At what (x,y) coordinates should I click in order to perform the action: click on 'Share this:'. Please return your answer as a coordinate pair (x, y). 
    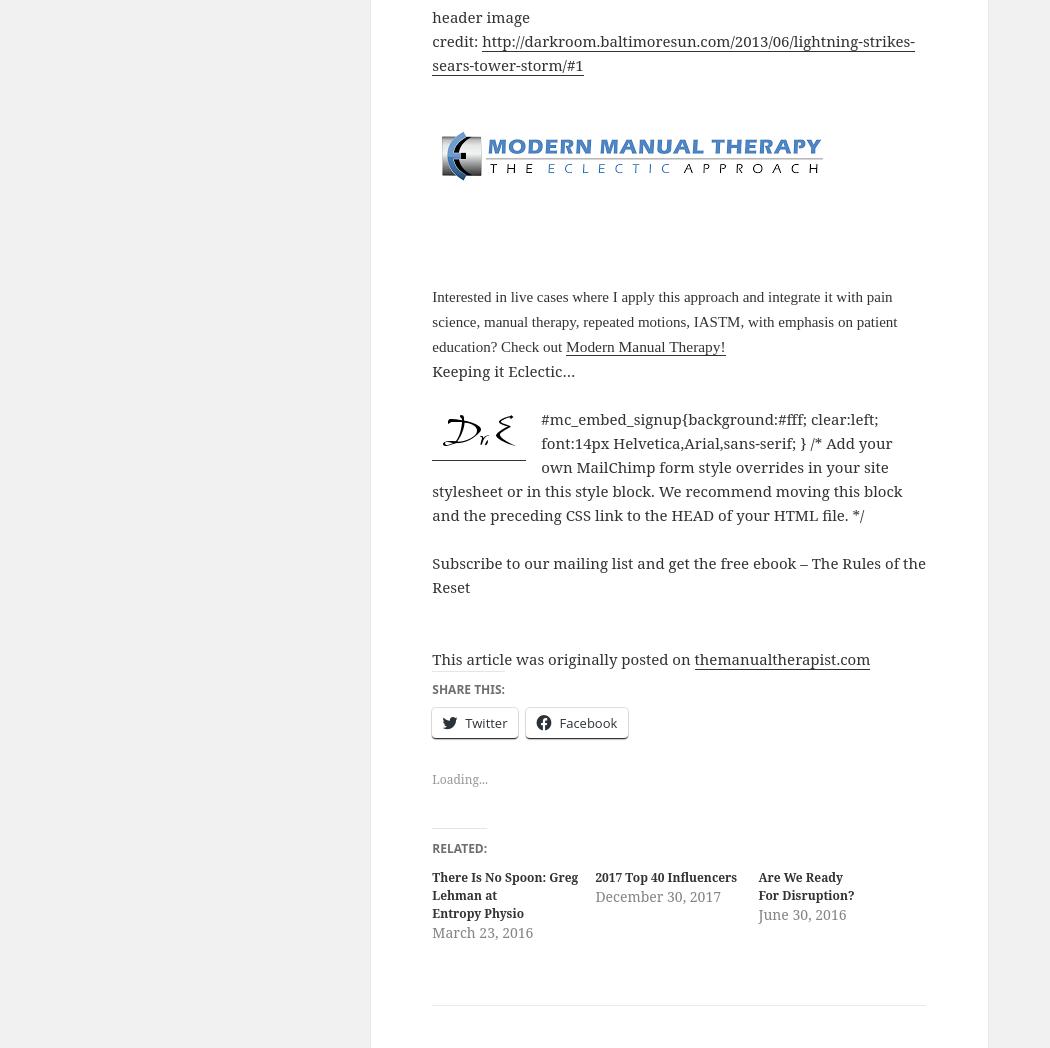
    Looking at the image, I should click on (468, 688).